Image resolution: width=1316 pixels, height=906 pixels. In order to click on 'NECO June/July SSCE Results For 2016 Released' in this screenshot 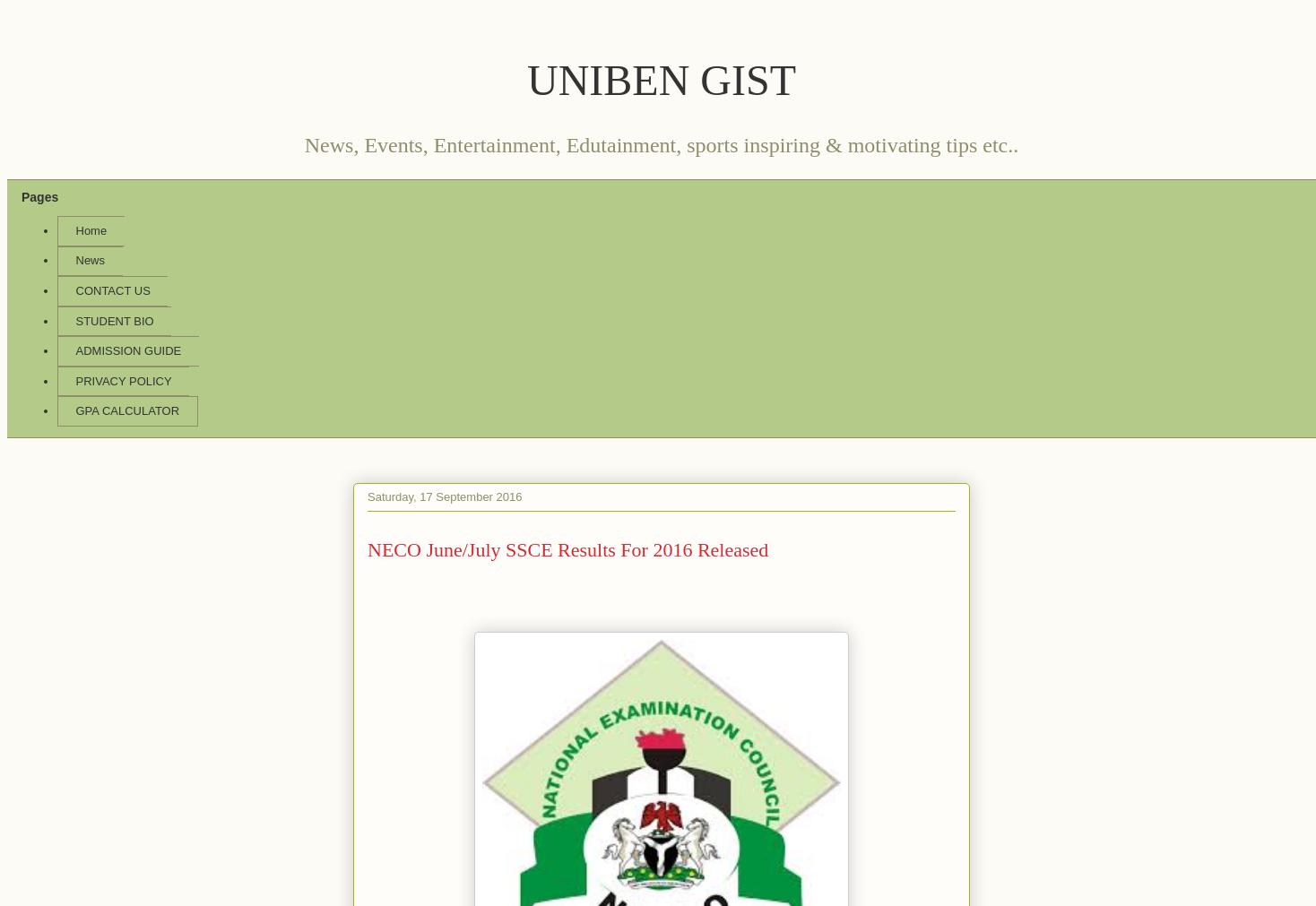, I will do `click(367, 549)`.